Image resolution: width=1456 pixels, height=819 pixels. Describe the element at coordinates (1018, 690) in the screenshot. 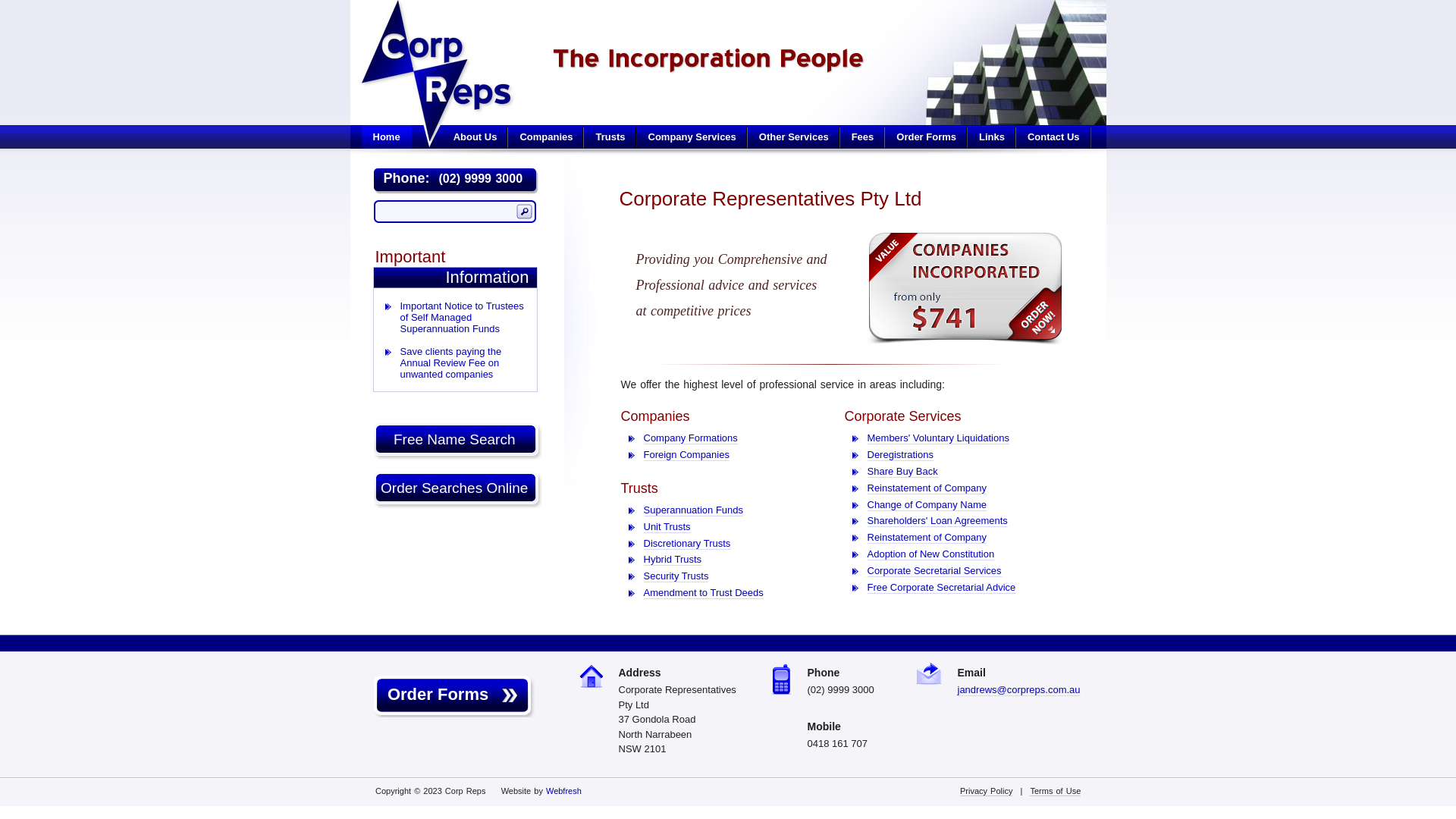

I see `'jandrews@corpreps.com.au'` at that location.